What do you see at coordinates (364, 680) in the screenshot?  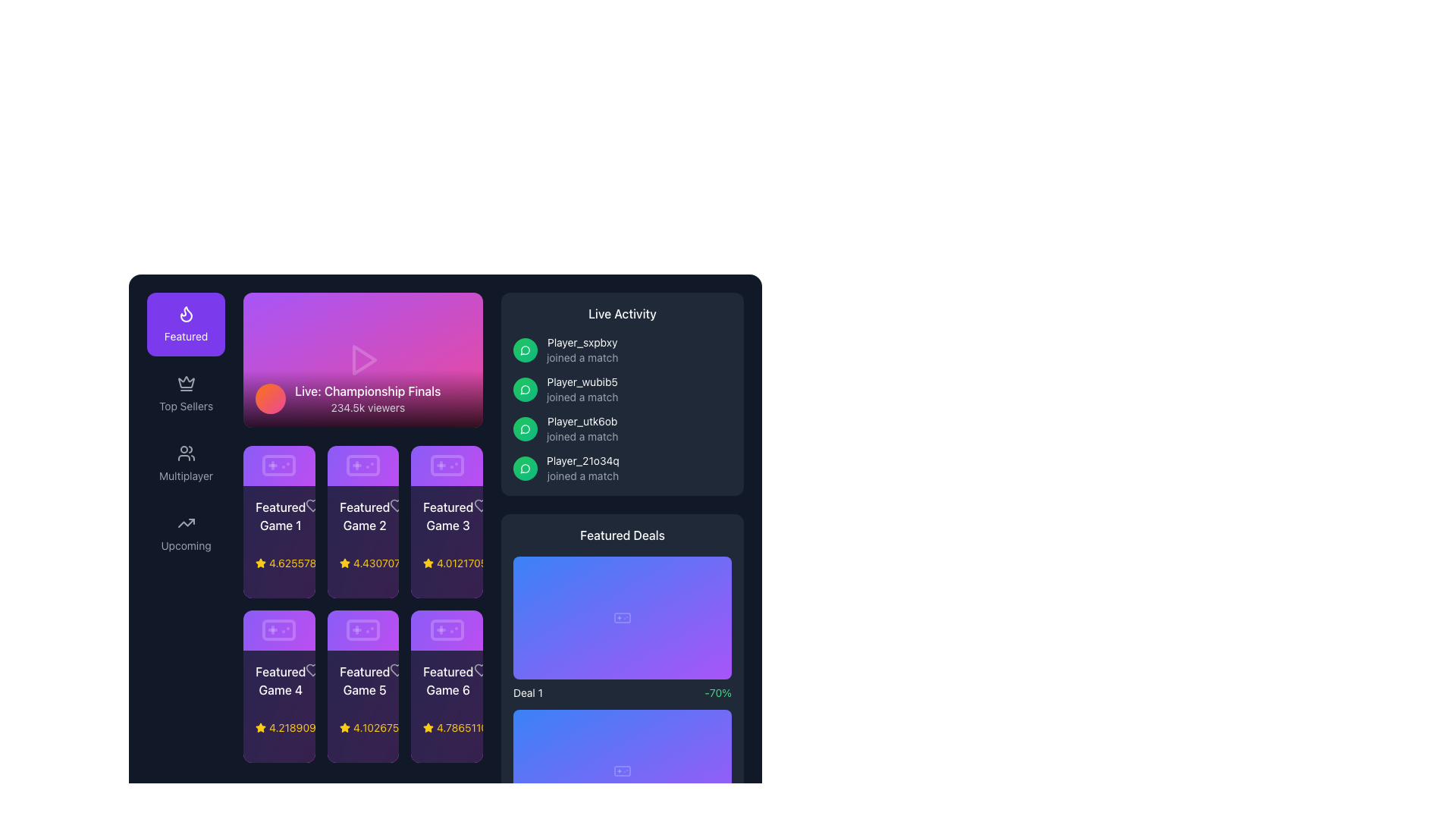 I see `the text label reading 'Featured Game 5', which is styled in white against a purple background, located in the second row and middle column of the grid layout` at bounding box center [364, 680].